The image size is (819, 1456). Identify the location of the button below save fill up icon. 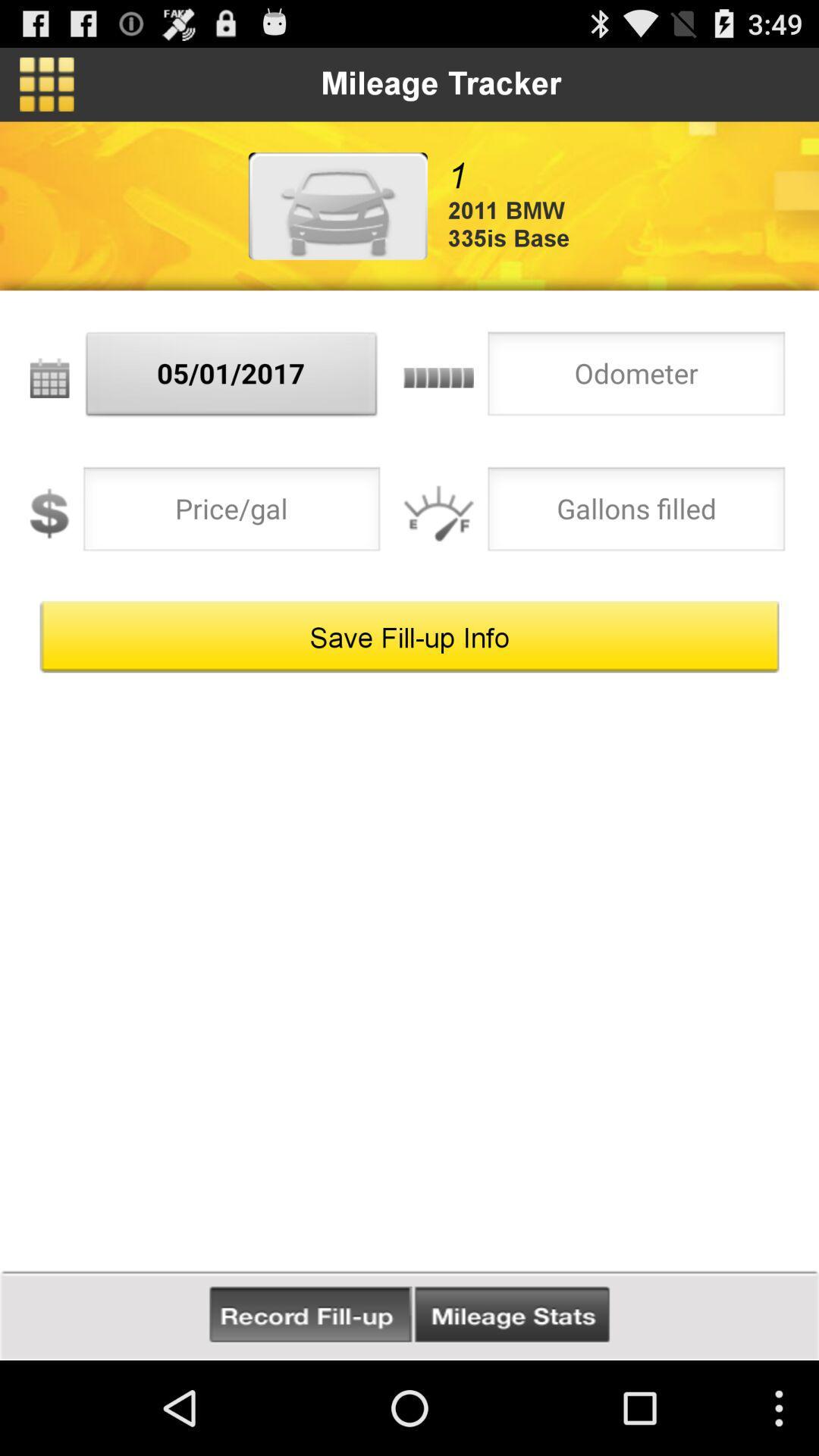
(309, 1314).